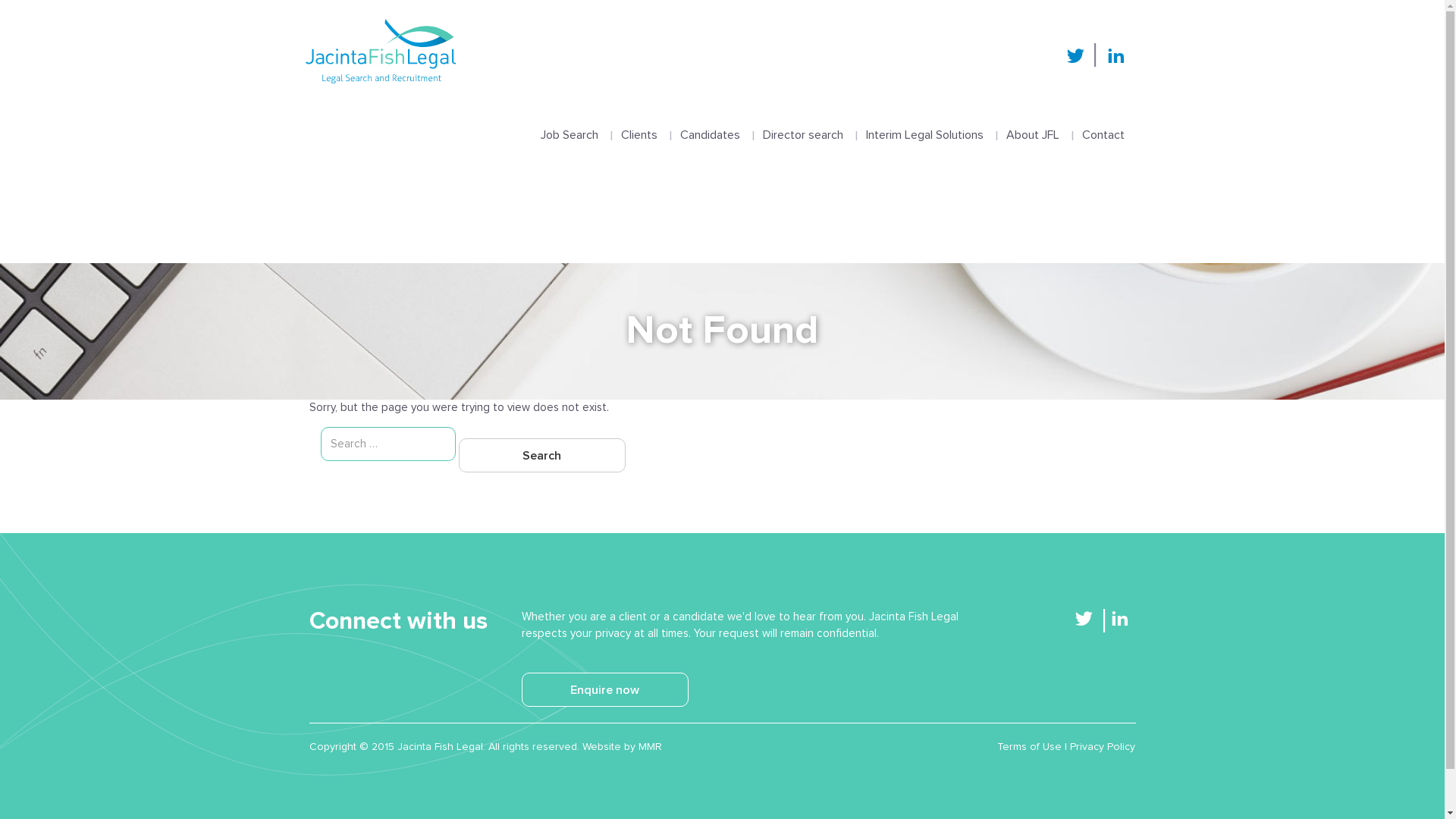  What do you see at coordinates (709, 119) in the screenshot?
I see `'Candidates'` at bounding box center [709, 119].